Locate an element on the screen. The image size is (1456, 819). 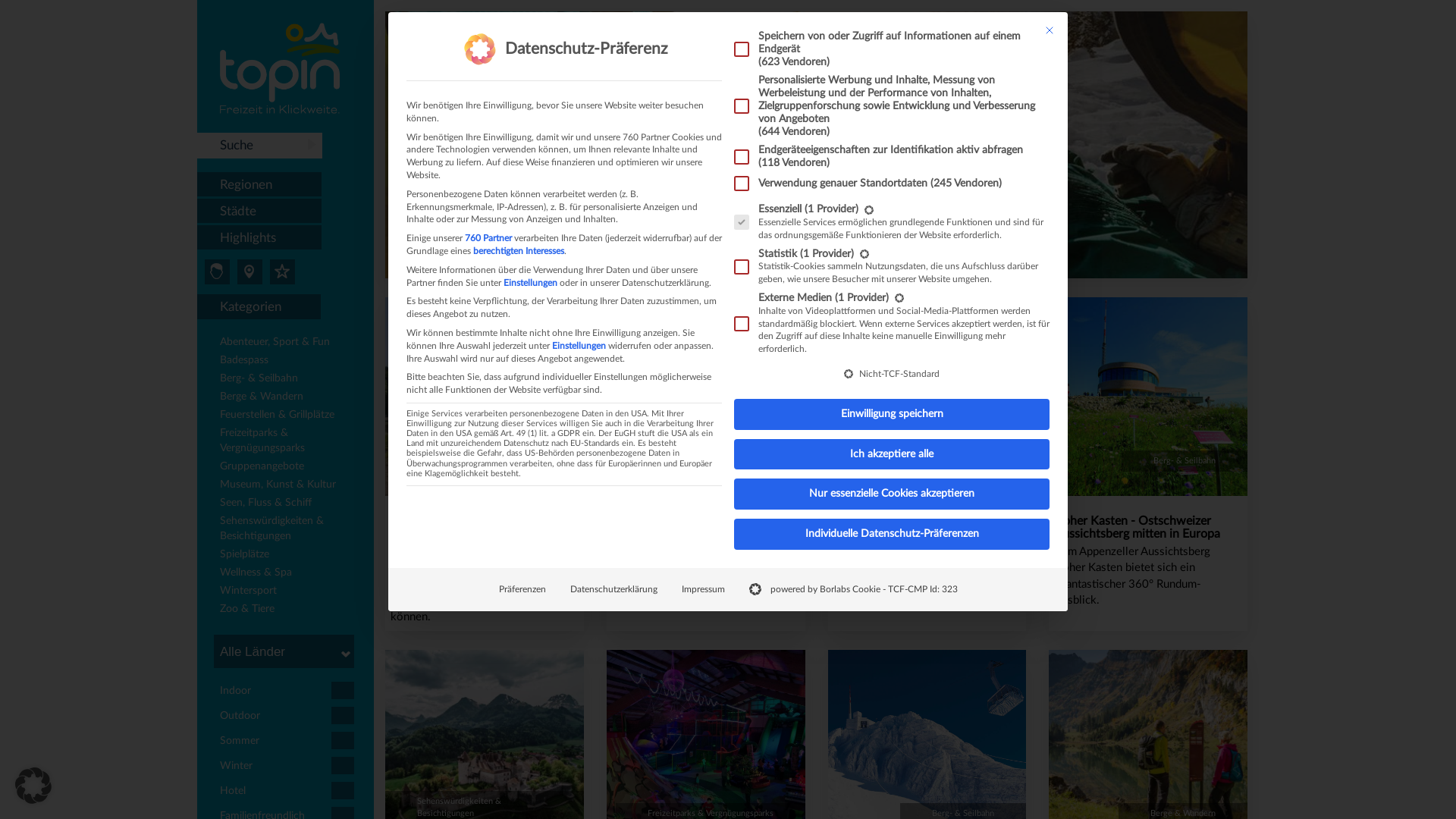
'760 Partner' is located at coordinates (488, 237).